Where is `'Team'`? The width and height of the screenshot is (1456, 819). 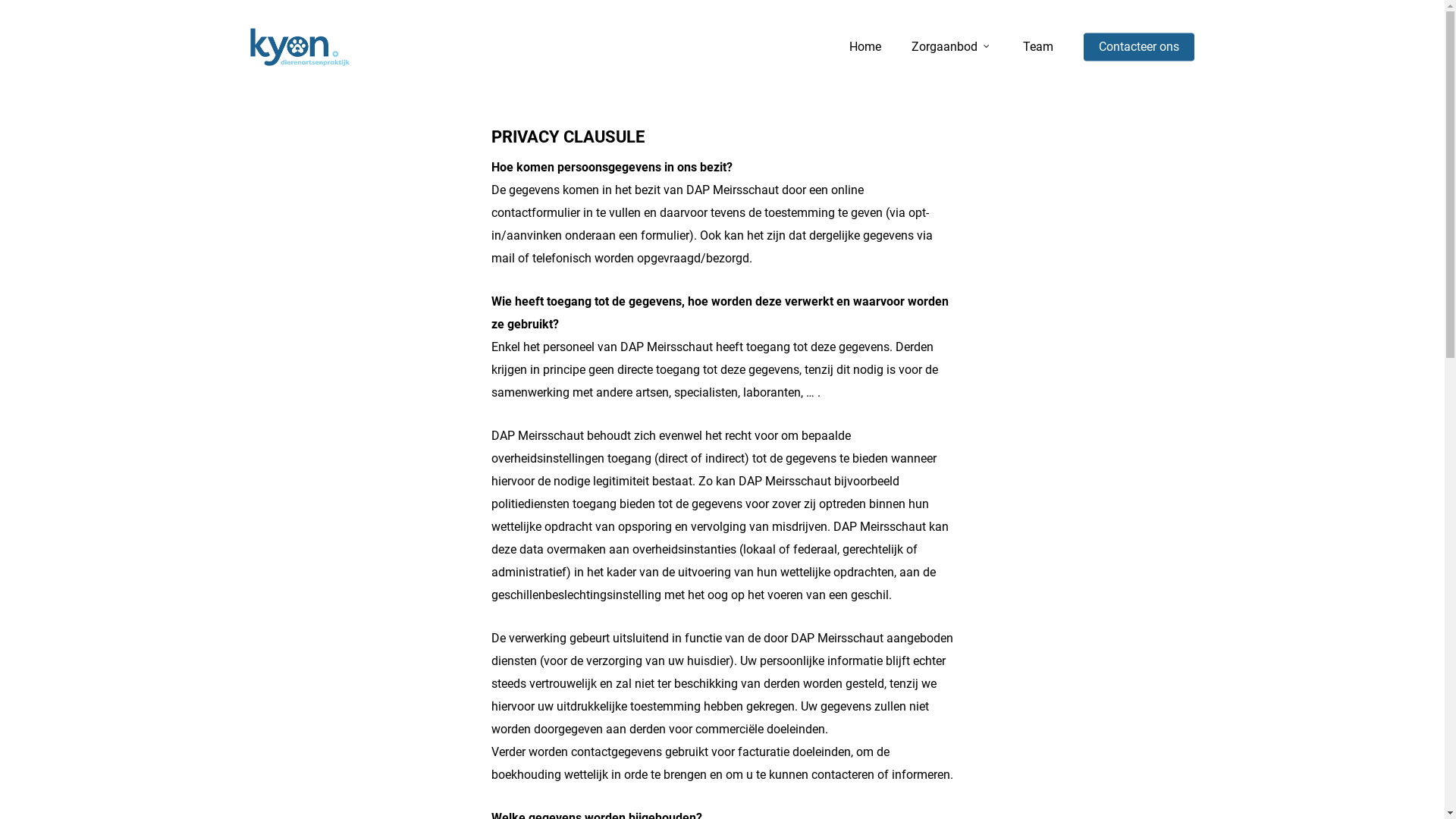 'Team' is located at coordinates (1037, 45).